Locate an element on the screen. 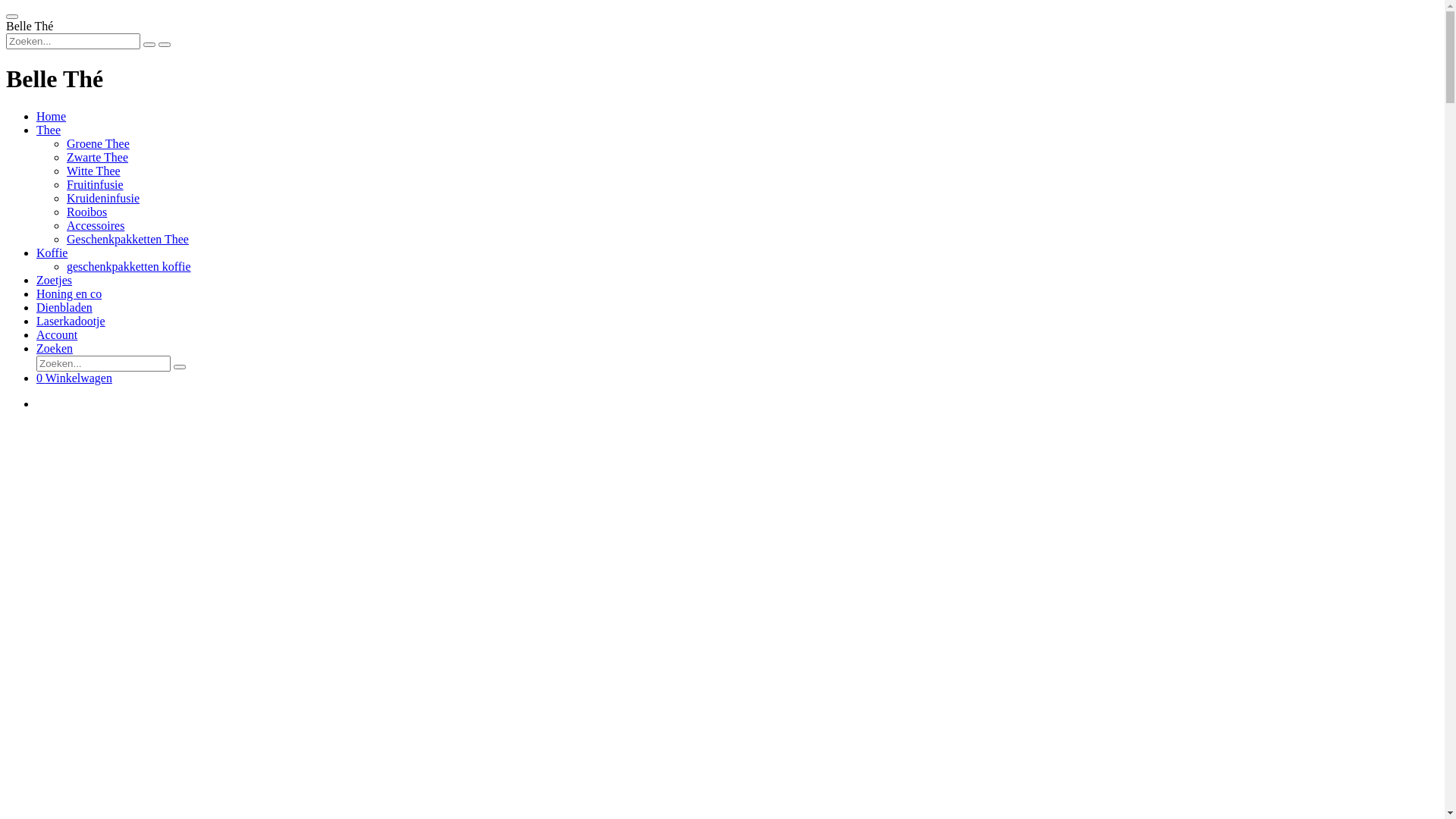  'Koffie' is located at coordinates (36, 252).